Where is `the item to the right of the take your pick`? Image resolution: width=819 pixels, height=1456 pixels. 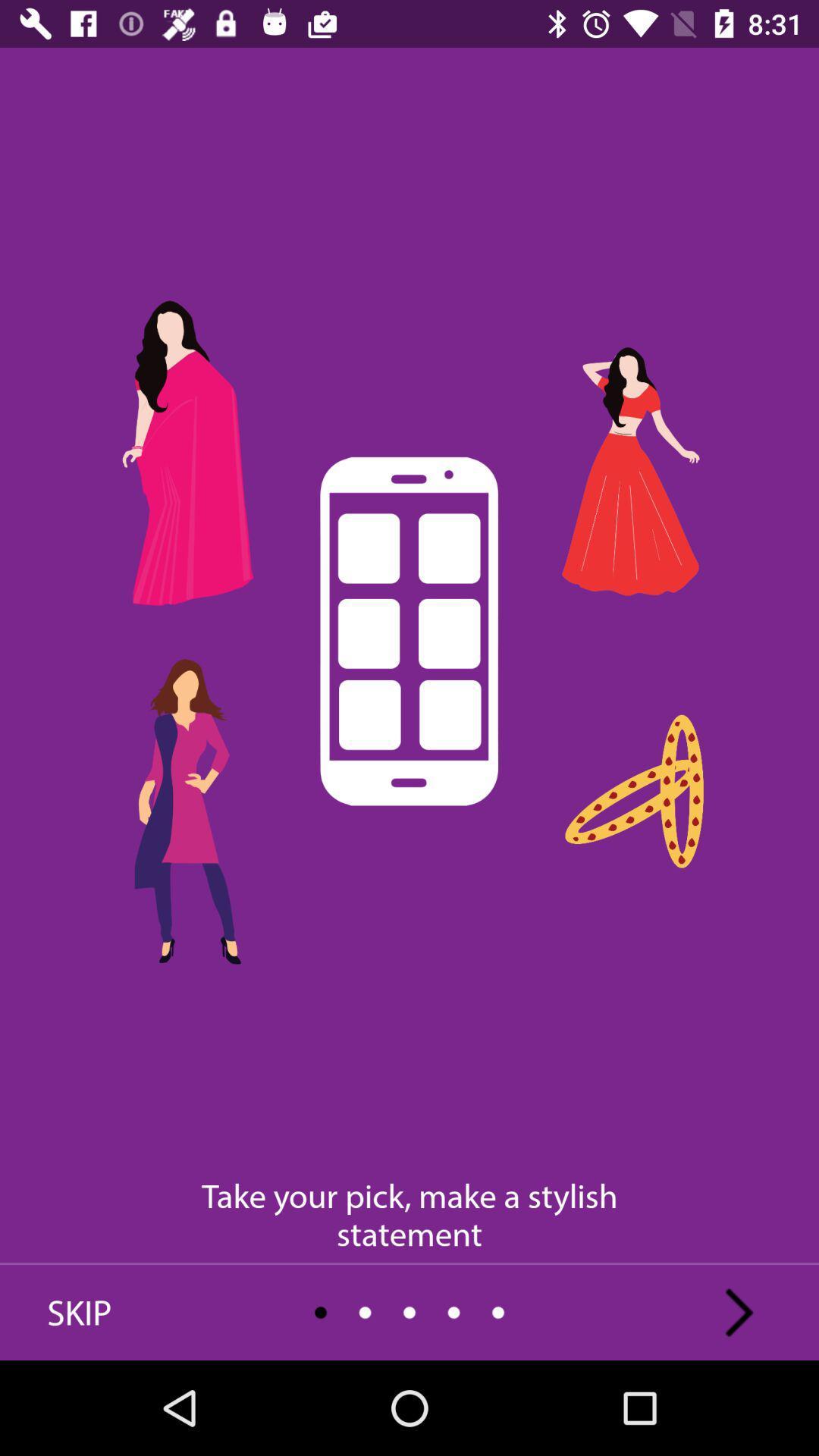
the item to the right of the take your pick is located at coordinates (739, 1312).